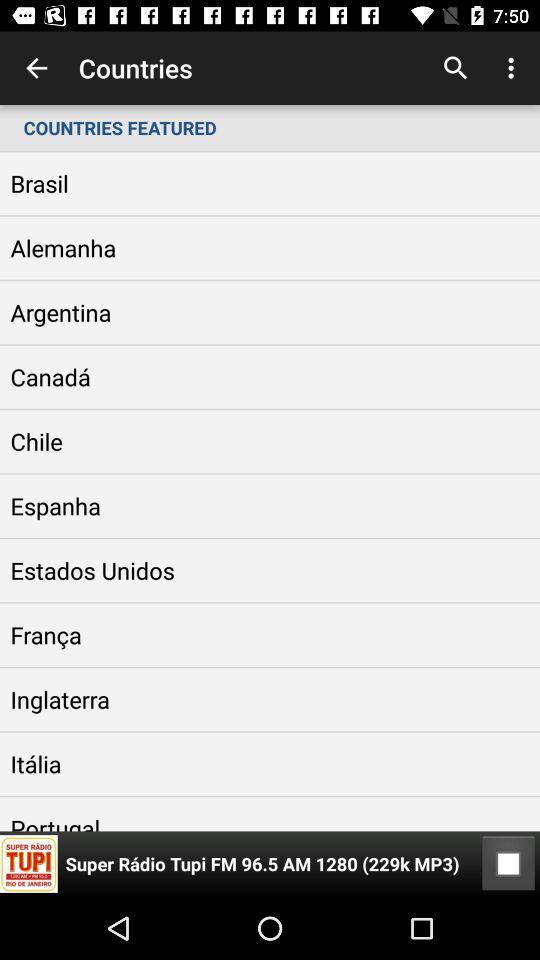  I want to click on item at the bottom right corner, so click(508, 863).